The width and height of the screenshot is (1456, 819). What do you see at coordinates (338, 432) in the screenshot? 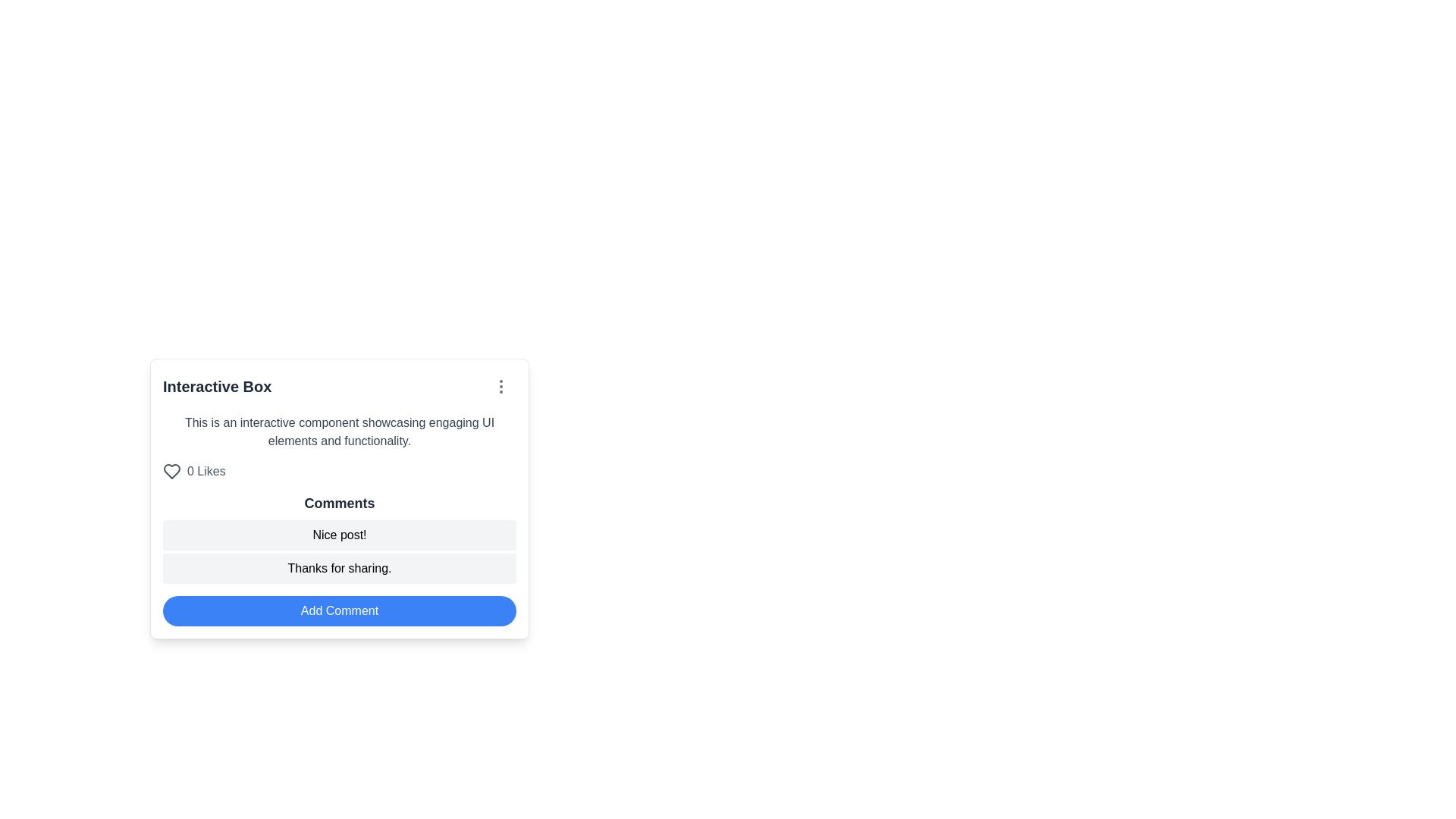
I see `text displayed in the text block that says 'This is an interactive component showcasing engaging UI elements and functionality.' This text label is styled in gray and is positioned below the 'Interactive Box' title and above the '0 Likes' label` at bounding box center [338, 432].